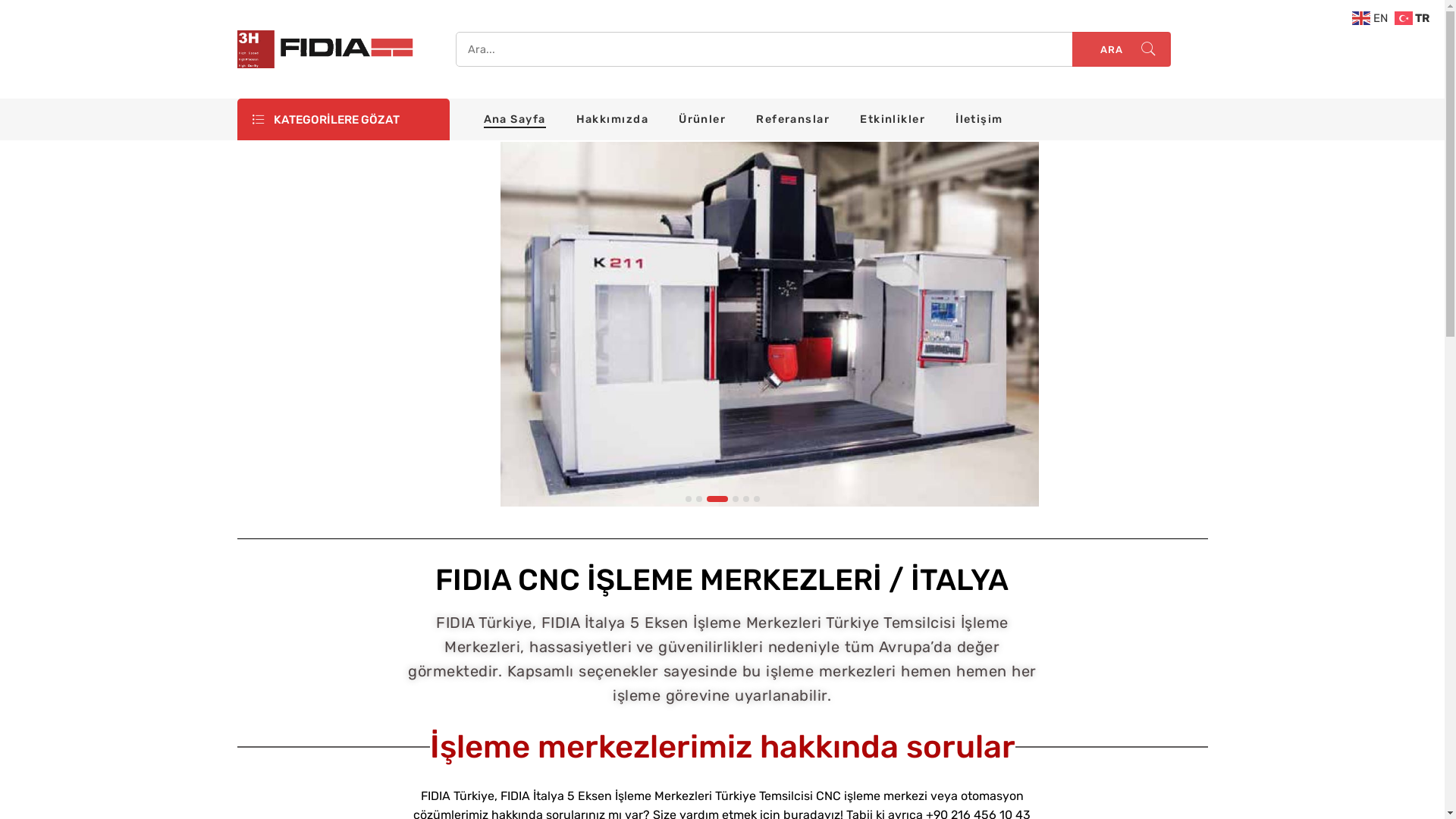 This screenshot has height=819, width=1456. What do you see at coordinates (514, 118) in the screenshot?
I see `'Ana Sayfa'` at bounding box center [514, 118].